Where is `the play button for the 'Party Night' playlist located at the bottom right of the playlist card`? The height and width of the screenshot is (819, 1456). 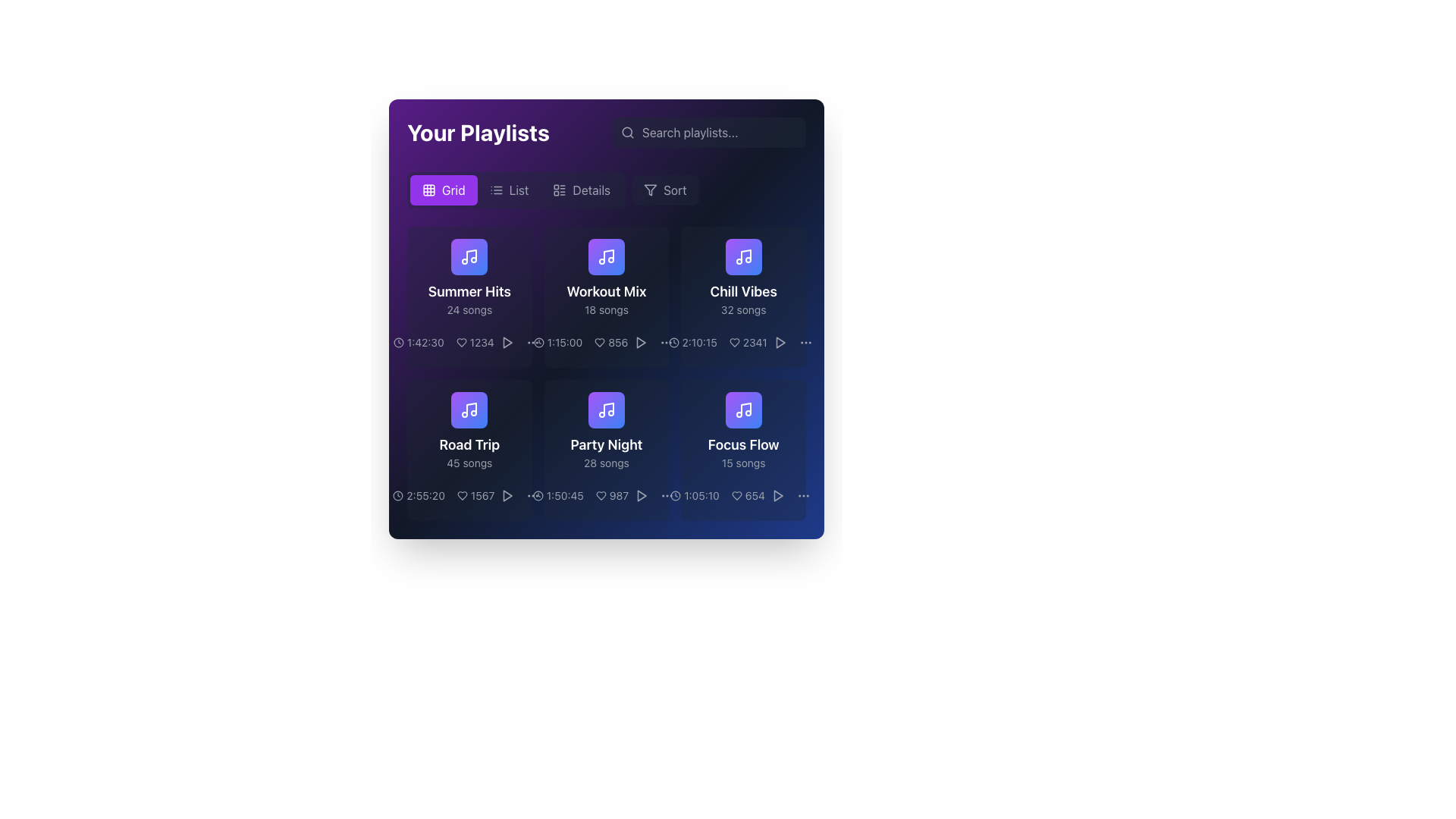
the play button for the 'Party Night' playlist located at the bottom right of the playlist card is located at coordinates (642, 496).